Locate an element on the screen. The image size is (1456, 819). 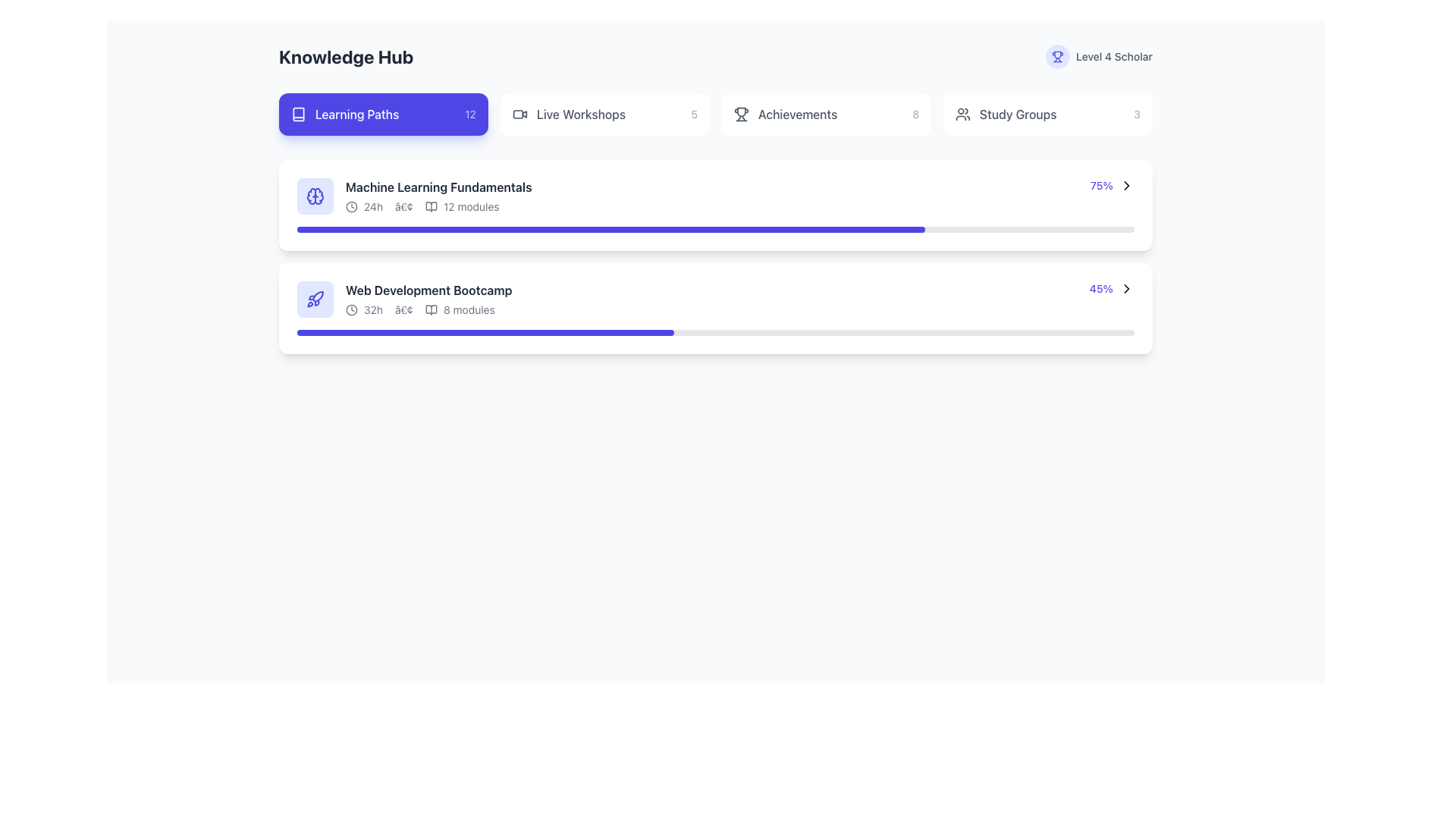
the text element with an adjacent chevron icon indicating the completion percentage of the 'Machine Learning Fundamentals' module, located to the far right of the 'Machine Learning Fundamentals' card in the 'Learning Paths' section is located at coordinates (1112, 185).